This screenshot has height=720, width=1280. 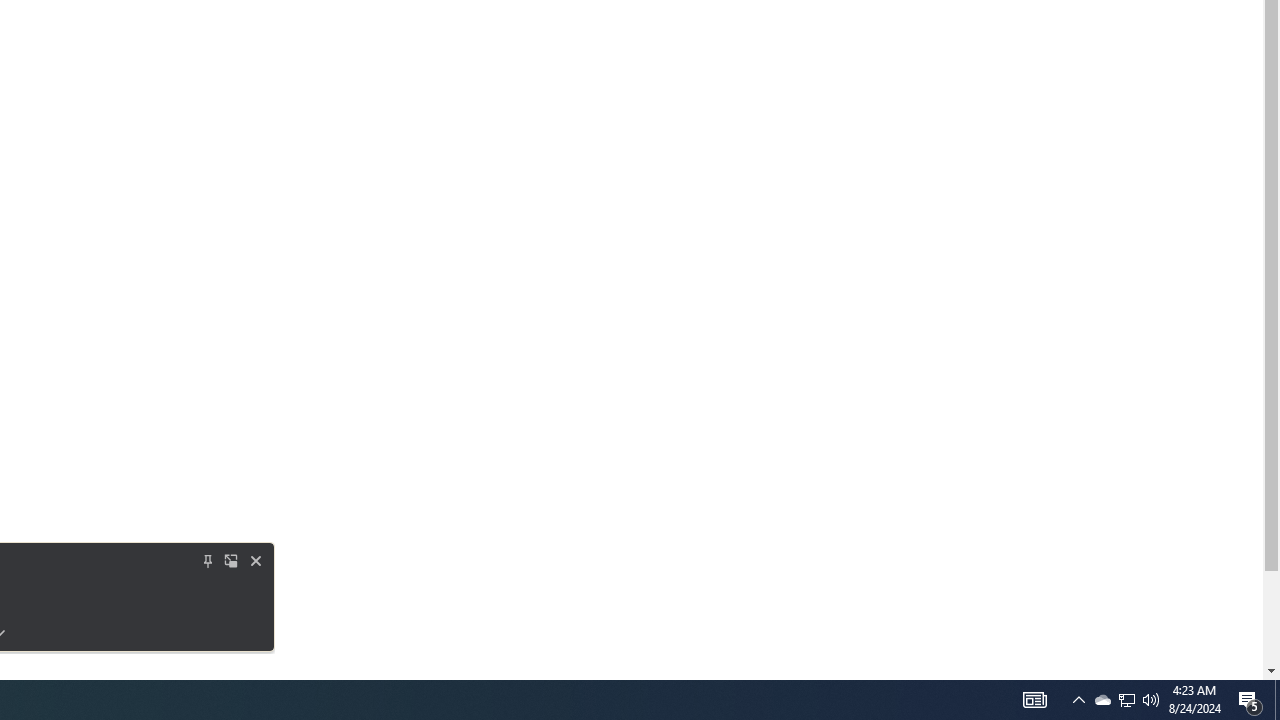 I want to click on 'Q2790: 100%', so click(x=1151, y=698).